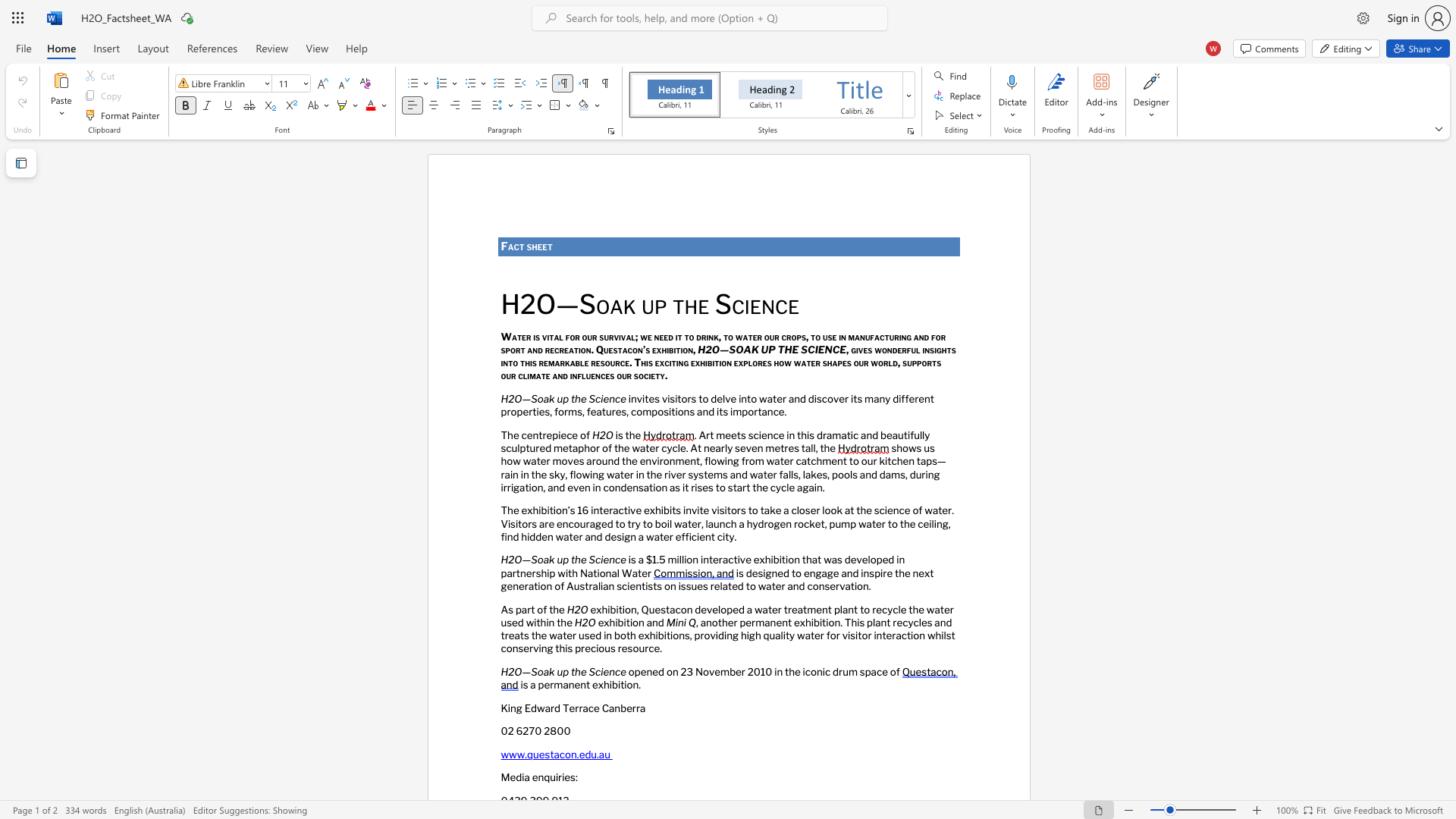  Describe the element at coordinates (549, 685) in the screenshot. I see `the subset text "rmanent exhibitio" within the text "is a permanent exhibition."` at that location.